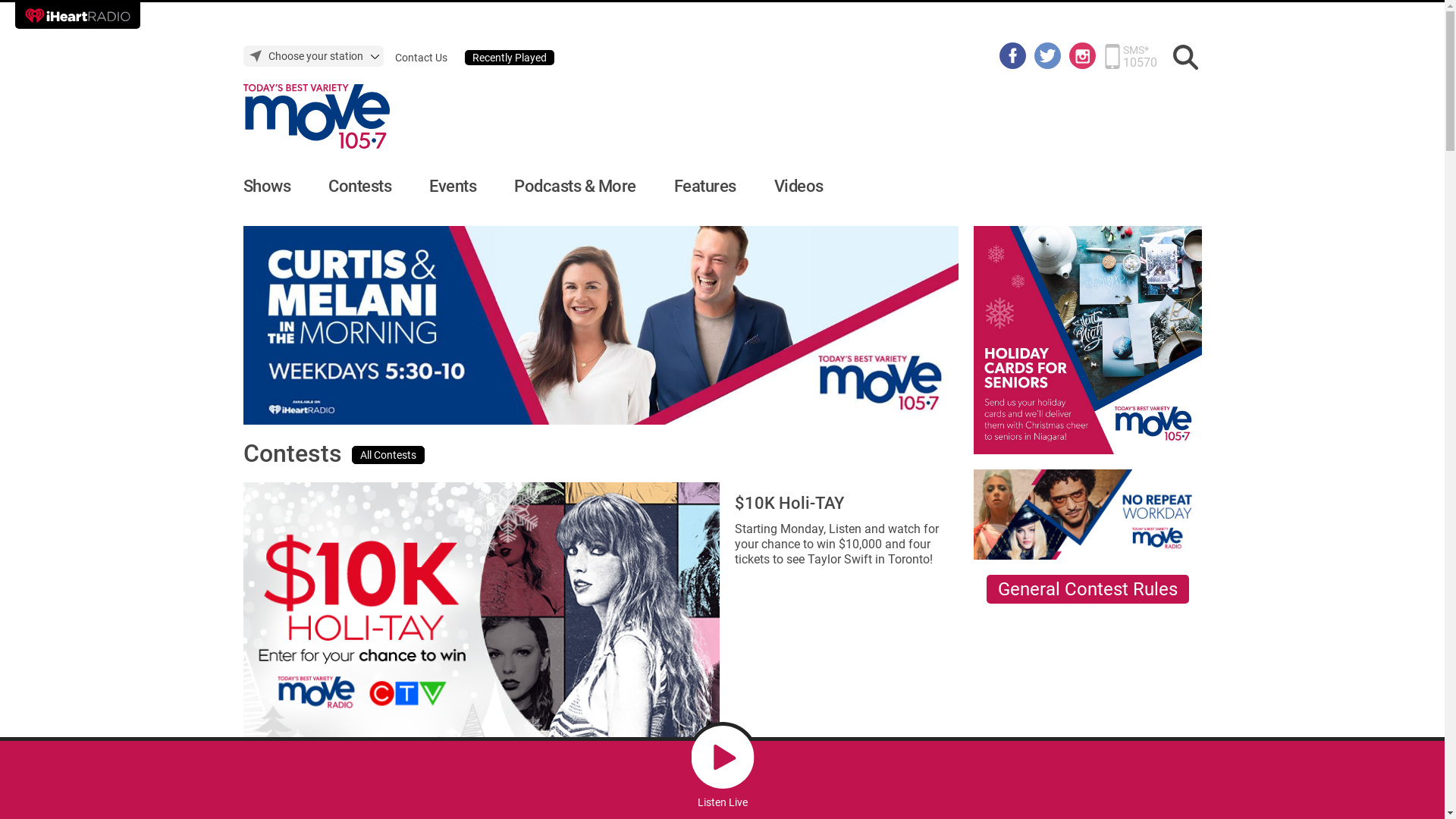 The height and width of the screenshot is (819, 1456). I want to click on 'Videos', so click(797, 186).